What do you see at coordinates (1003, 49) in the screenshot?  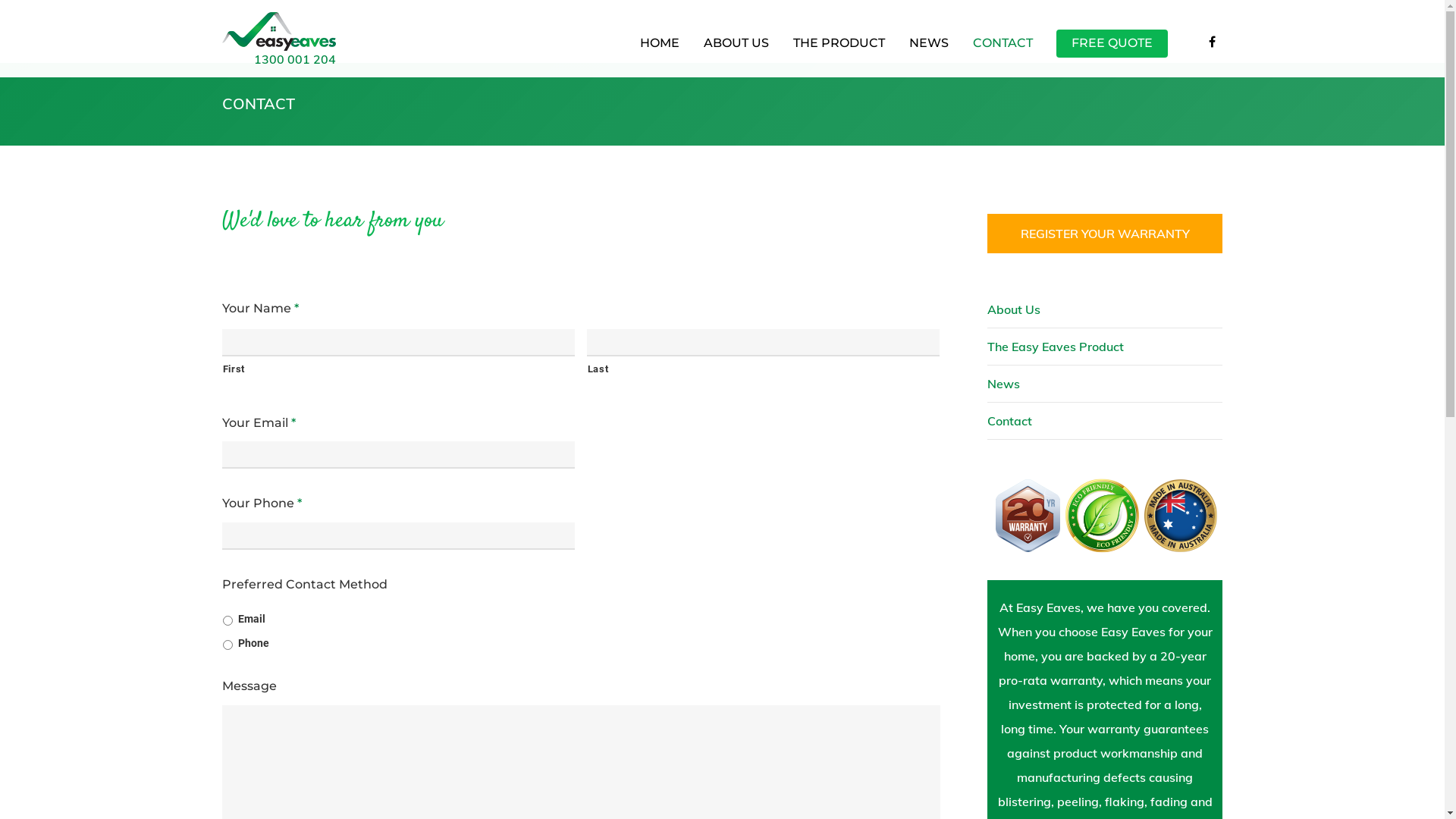 I see `'CONTACT'` at bounding box center [1003, 49].